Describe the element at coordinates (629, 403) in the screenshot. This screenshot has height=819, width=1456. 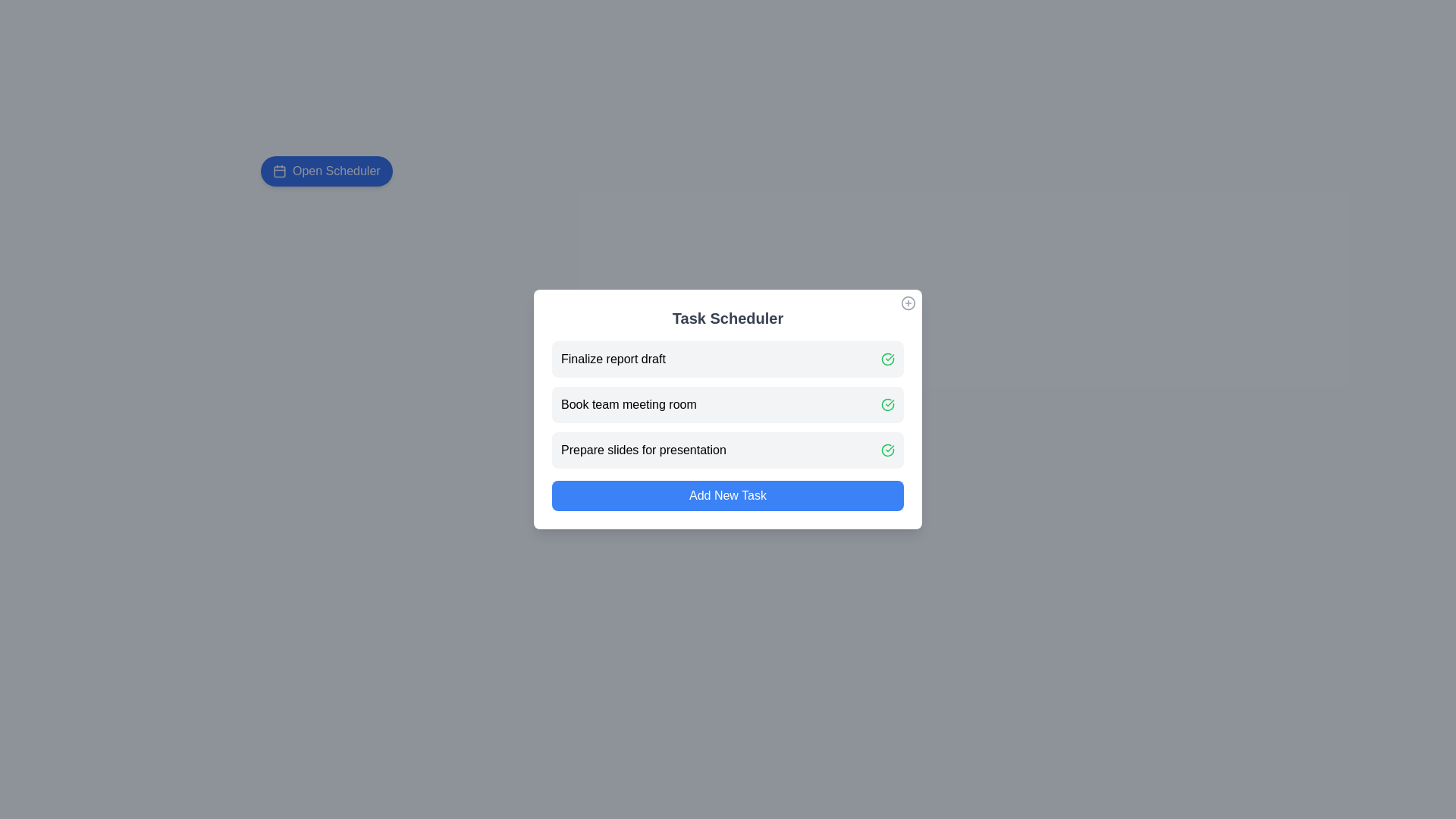
I see `the text label that indicates booking a team meeting room, which is the second task in the vertically aligned group within the task scheduler interface` at that location.